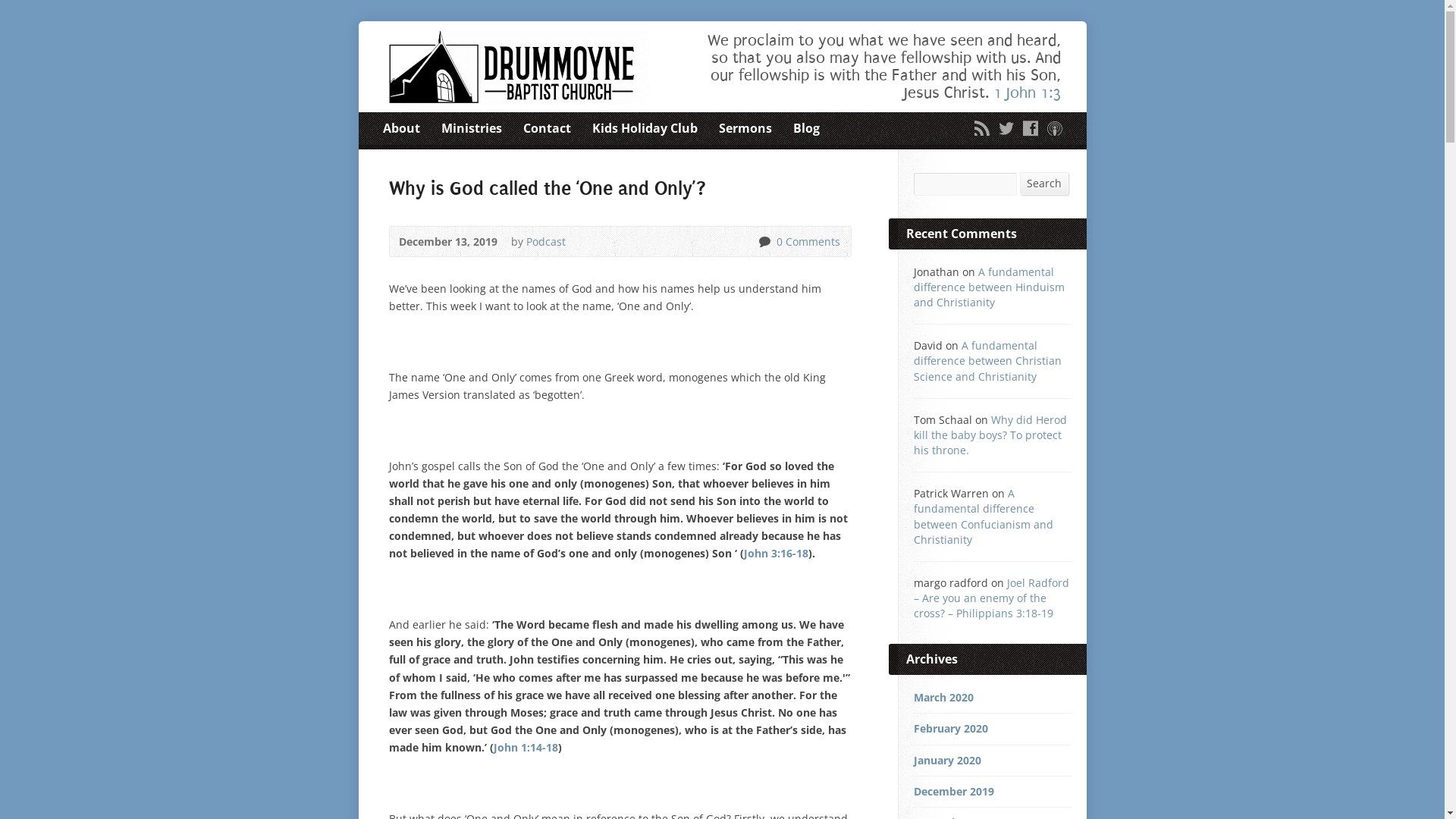  I want to click on 'Blog', so click(792, 127).